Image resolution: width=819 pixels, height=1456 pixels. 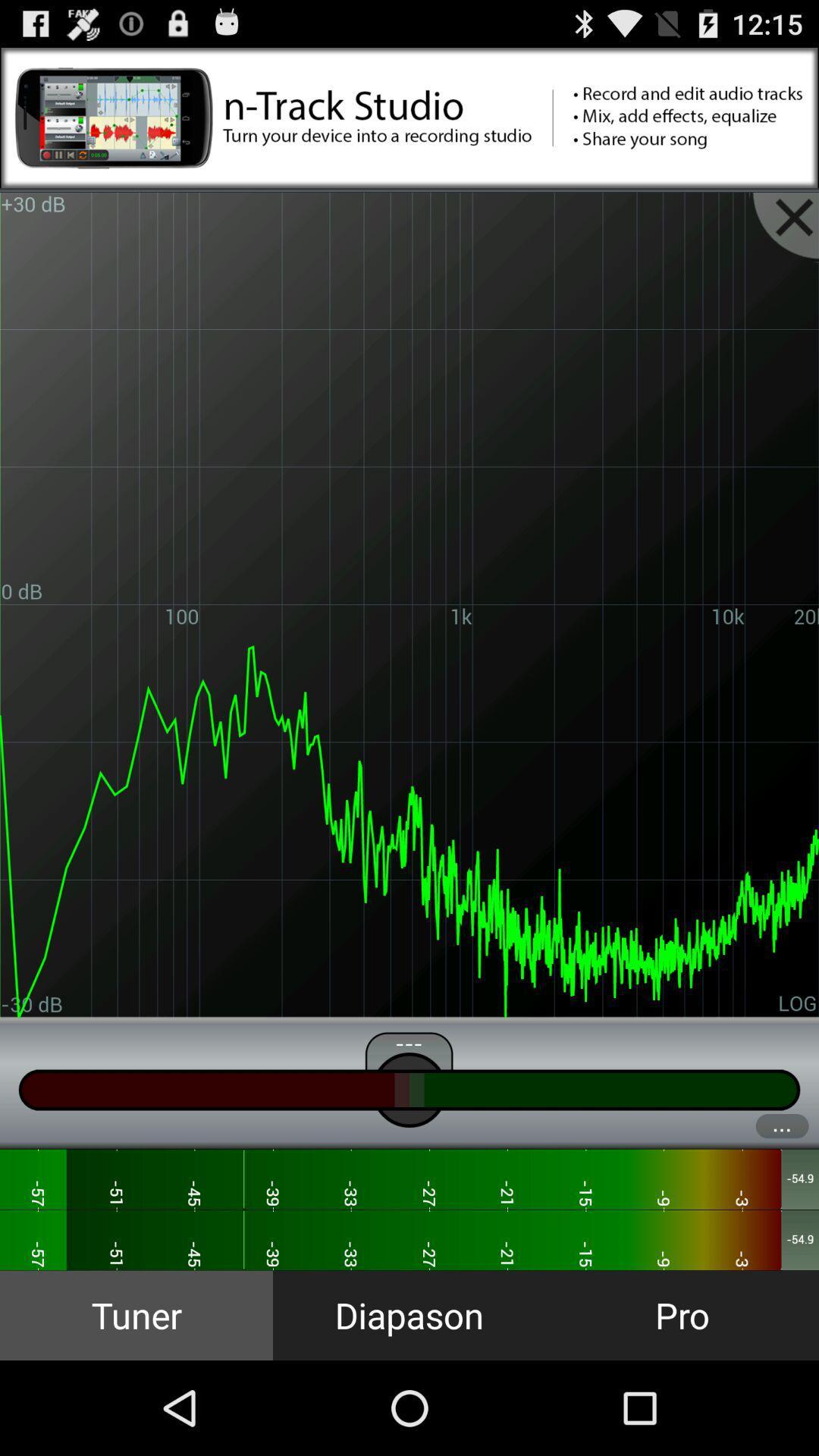 I want to click on advertisements banner, so click(x=409, y=117).